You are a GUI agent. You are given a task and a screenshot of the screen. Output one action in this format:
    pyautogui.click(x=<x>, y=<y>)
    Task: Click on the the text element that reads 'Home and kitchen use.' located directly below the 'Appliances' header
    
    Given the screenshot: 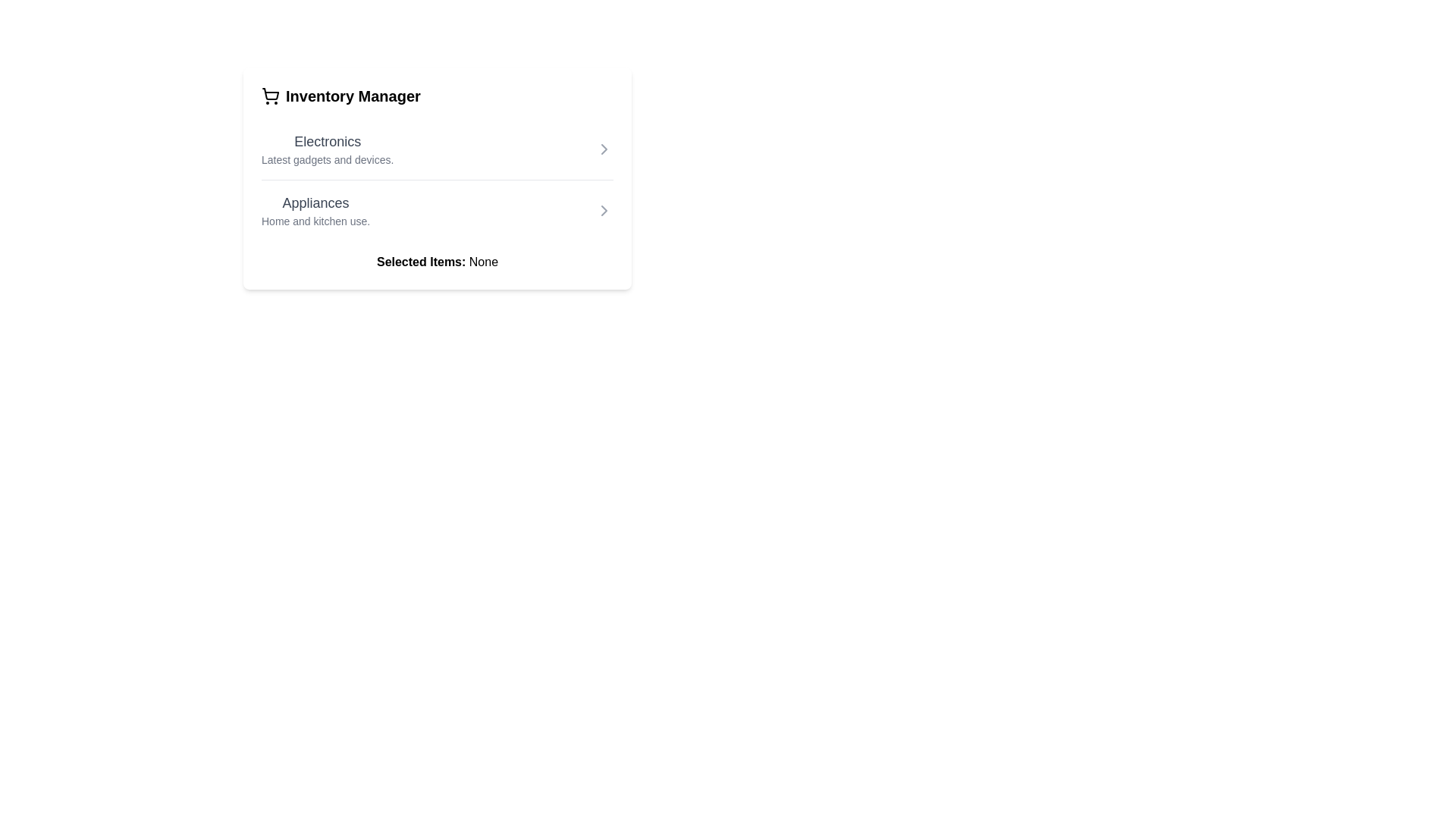 What is the action you would take?
    pyautogui.click(x=315, y=221)
    